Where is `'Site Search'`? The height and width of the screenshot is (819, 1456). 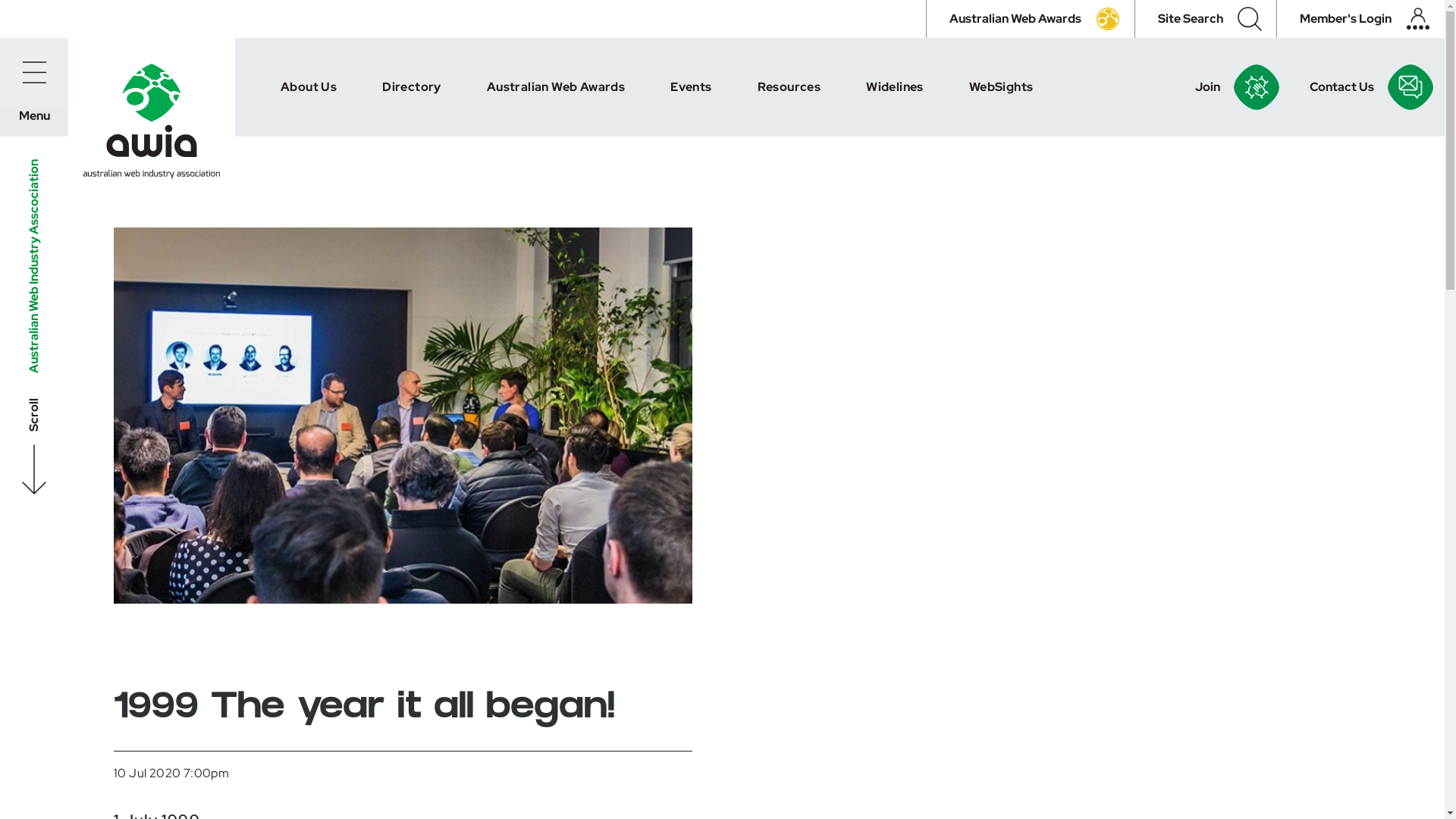
'Site Search' is located at coordinates (1204, 18).